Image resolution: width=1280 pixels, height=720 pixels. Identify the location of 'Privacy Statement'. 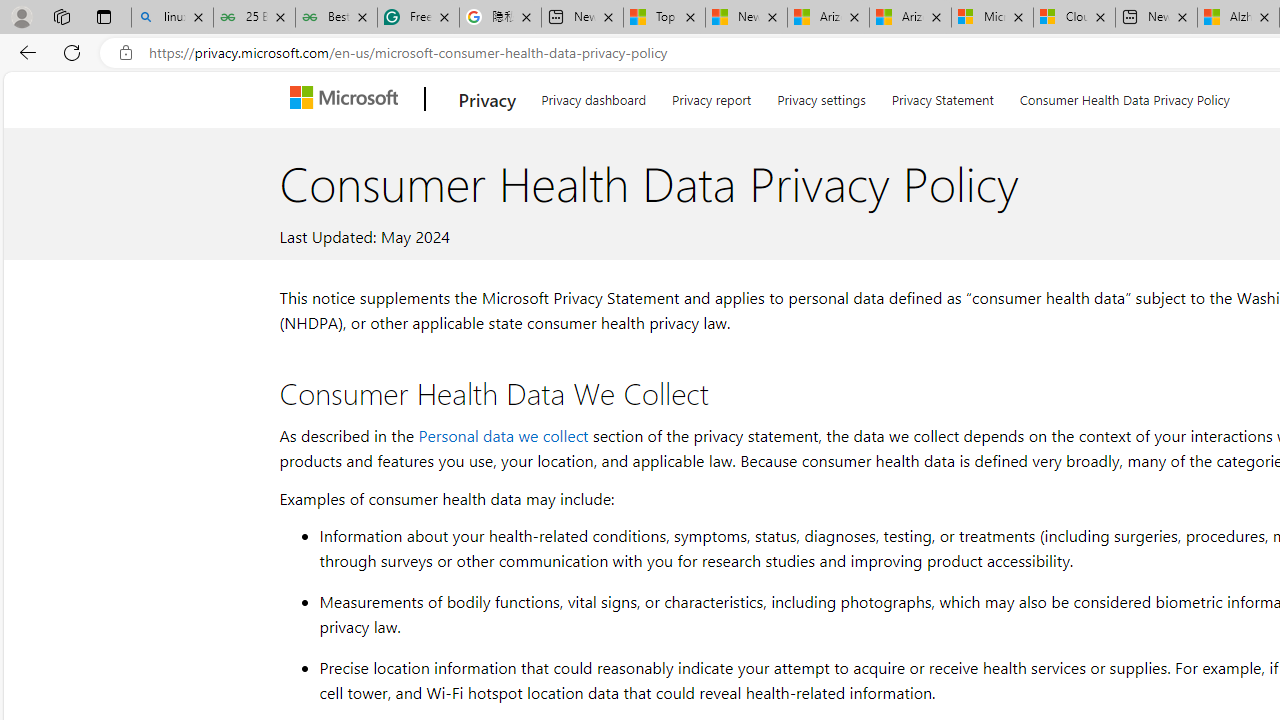
(941, 96).